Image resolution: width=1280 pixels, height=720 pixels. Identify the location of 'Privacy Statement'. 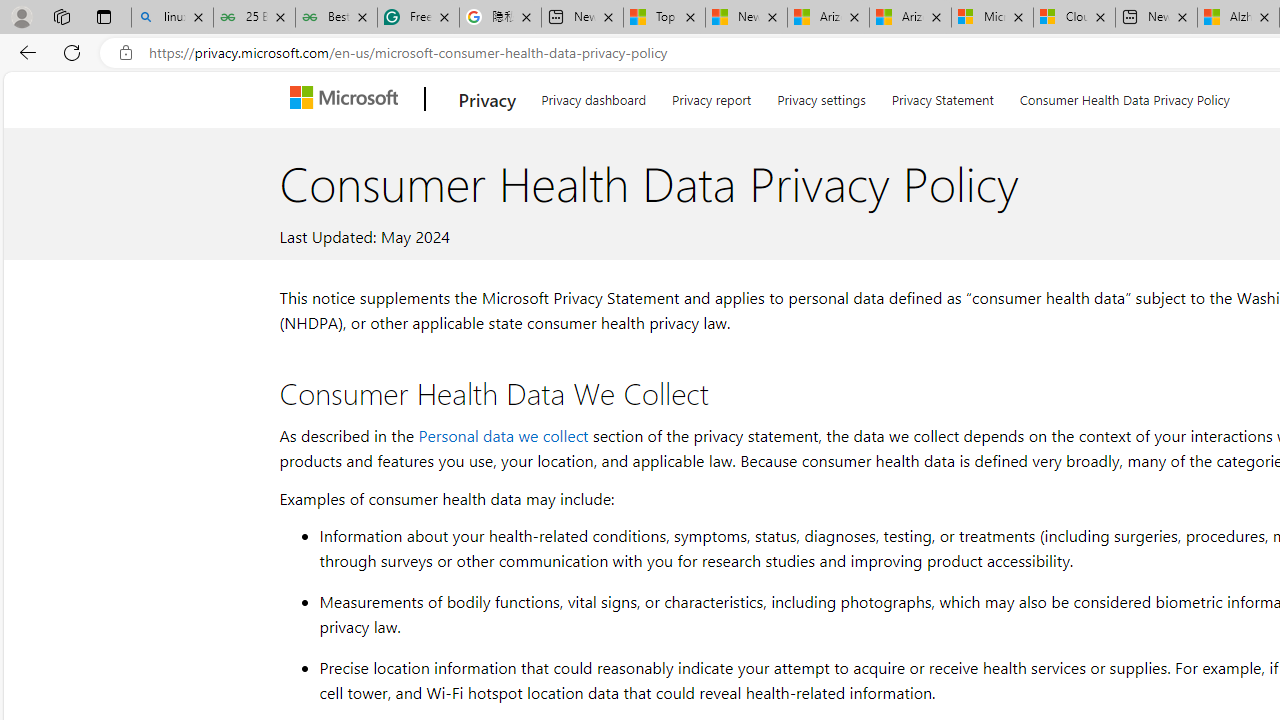
(941, 96).